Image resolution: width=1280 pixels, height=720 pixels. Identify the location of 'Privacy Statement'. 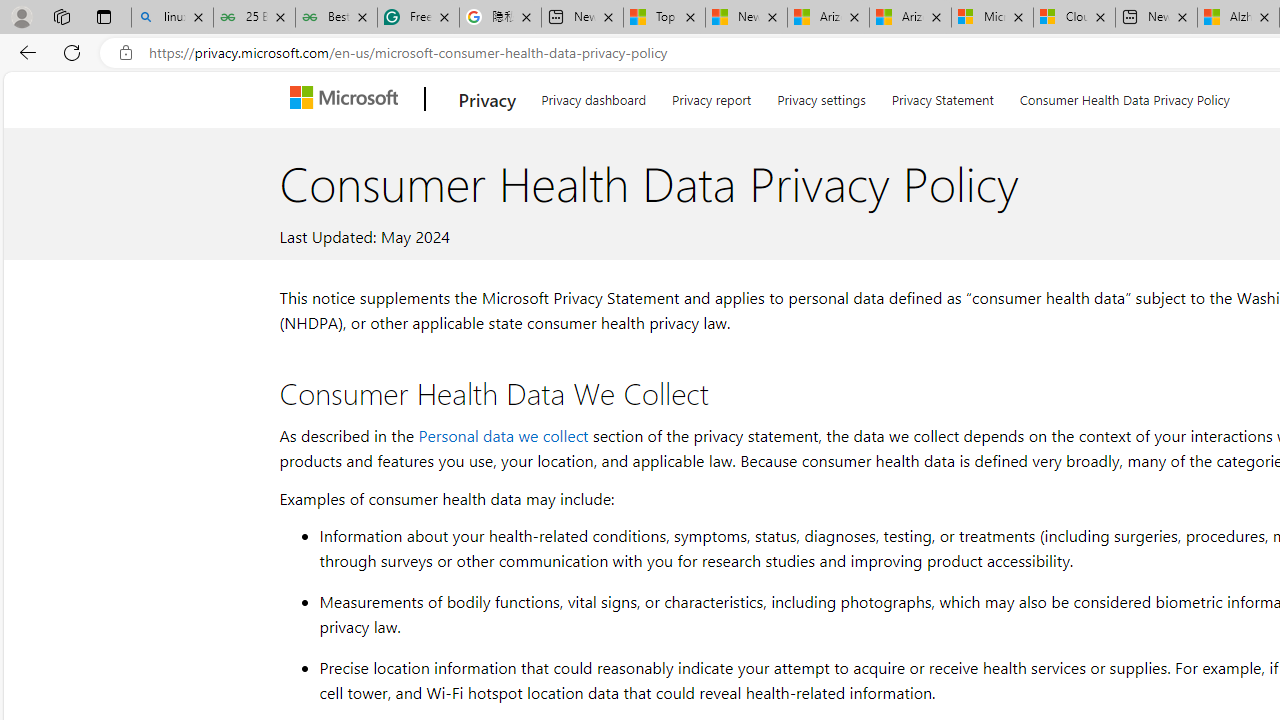
(941, 96).